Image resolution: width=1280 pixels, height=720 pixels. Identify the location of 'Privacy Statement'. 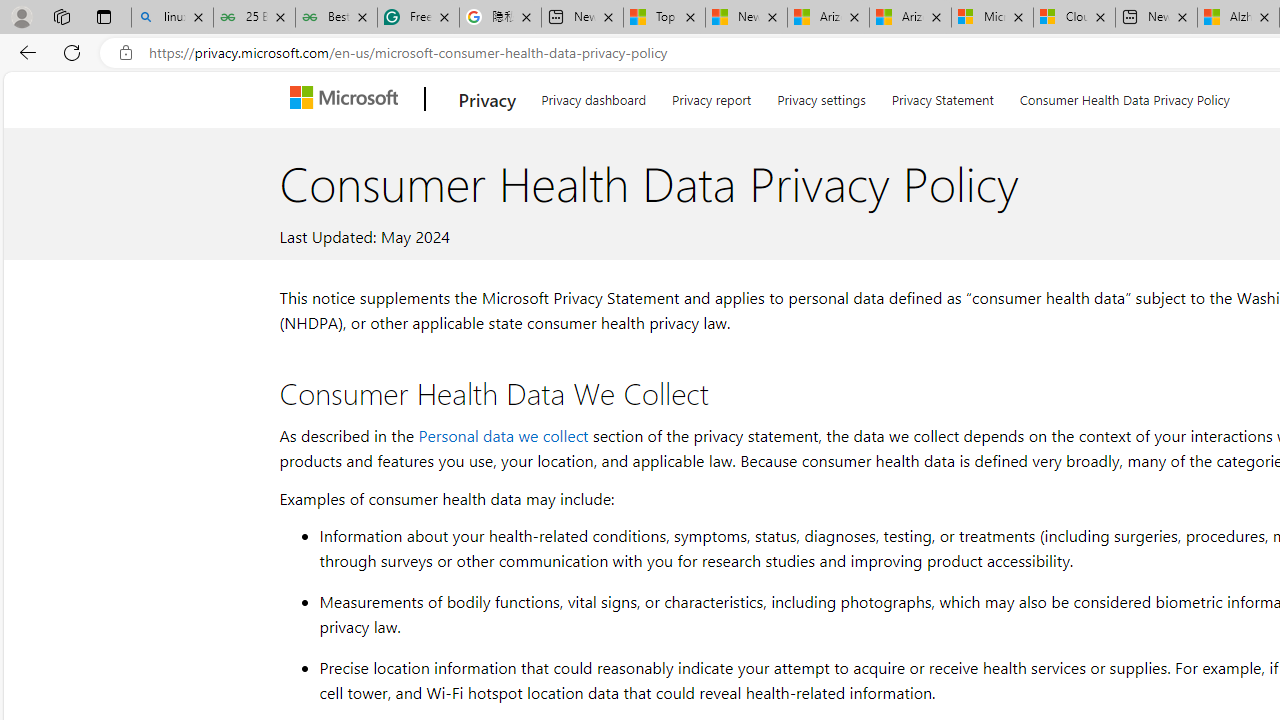
(941, 96).